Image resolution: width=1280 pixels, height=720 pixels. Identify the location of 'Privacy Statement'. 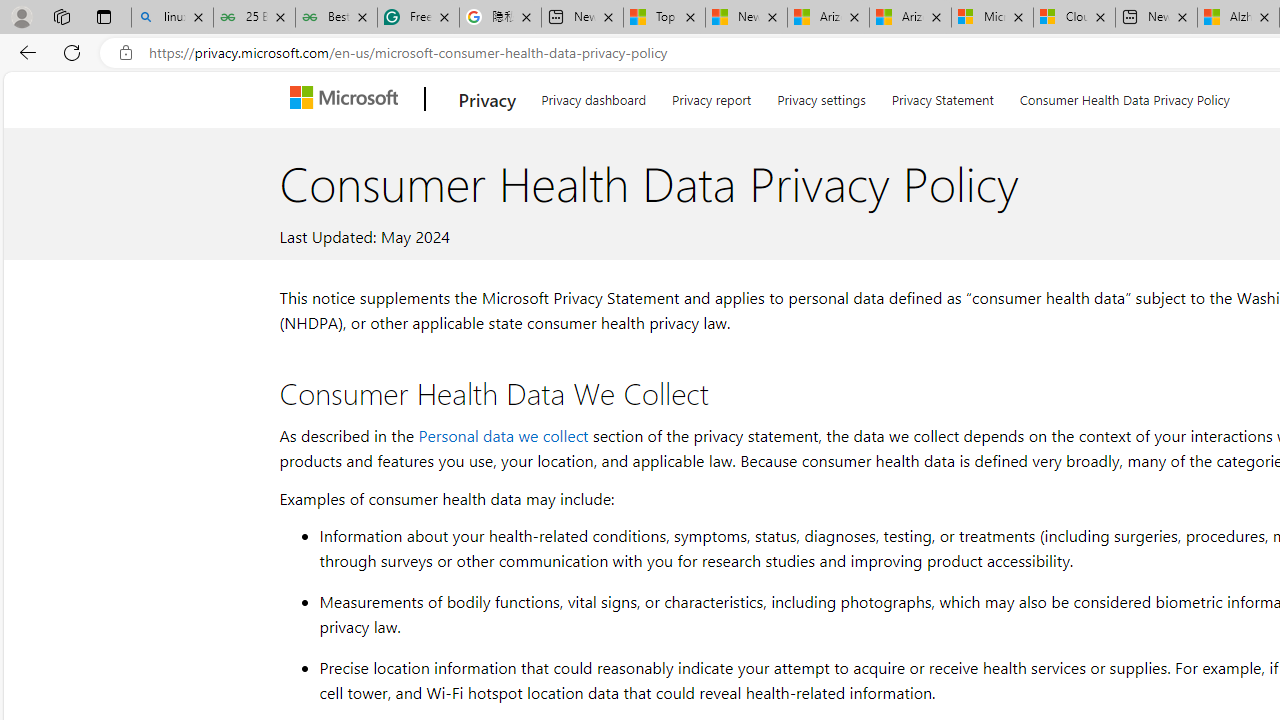
(941, 96).